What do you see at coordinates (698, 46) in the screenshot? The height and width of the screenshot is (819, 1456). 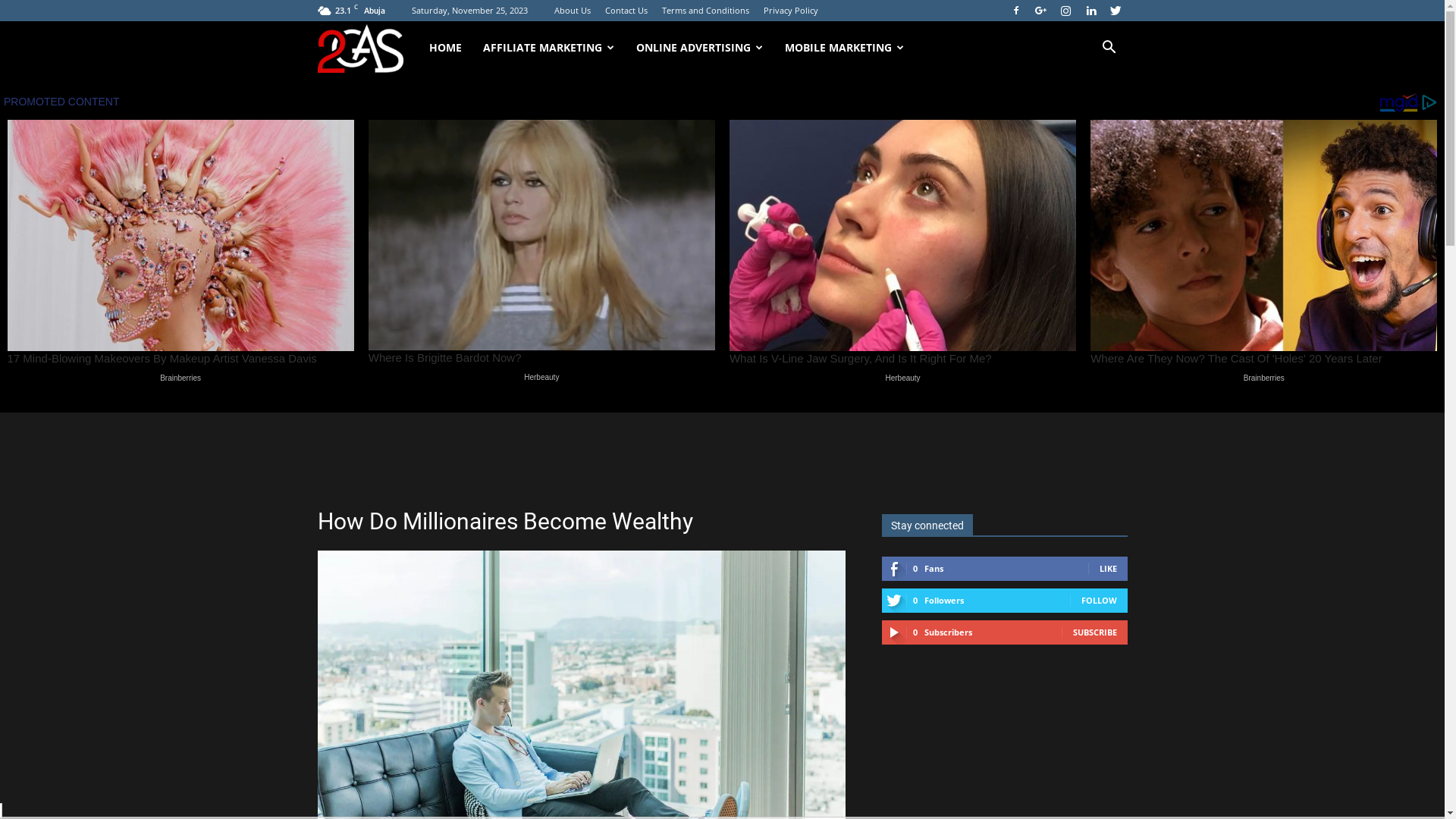 I see `'ONLINE ADVERTISING'` at bounding box center [698, 46].